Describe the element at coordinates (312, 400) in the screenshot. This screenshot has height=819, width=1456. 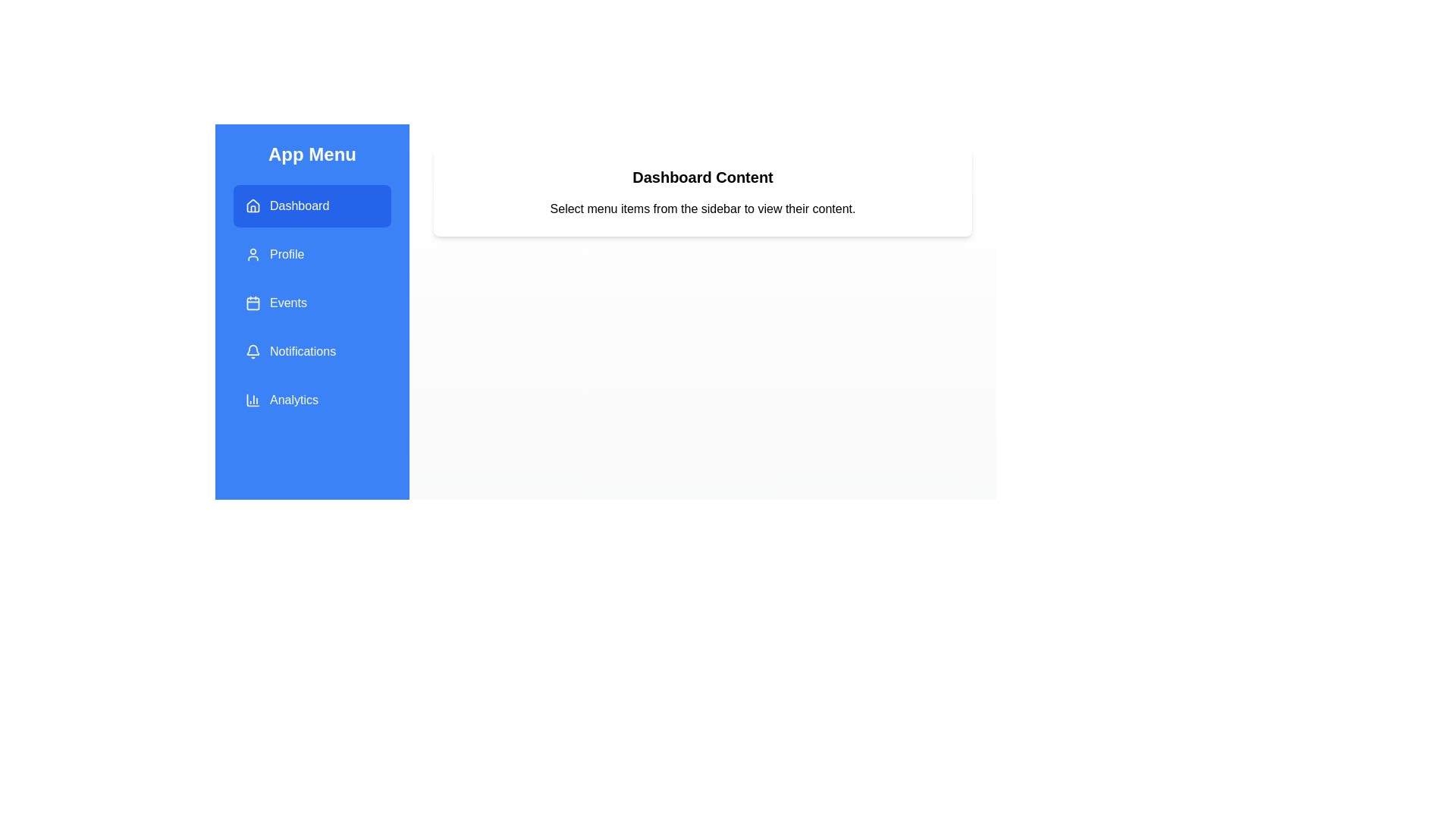
I see `the menu item labeled Analytics to observe its hover effect` at that location.